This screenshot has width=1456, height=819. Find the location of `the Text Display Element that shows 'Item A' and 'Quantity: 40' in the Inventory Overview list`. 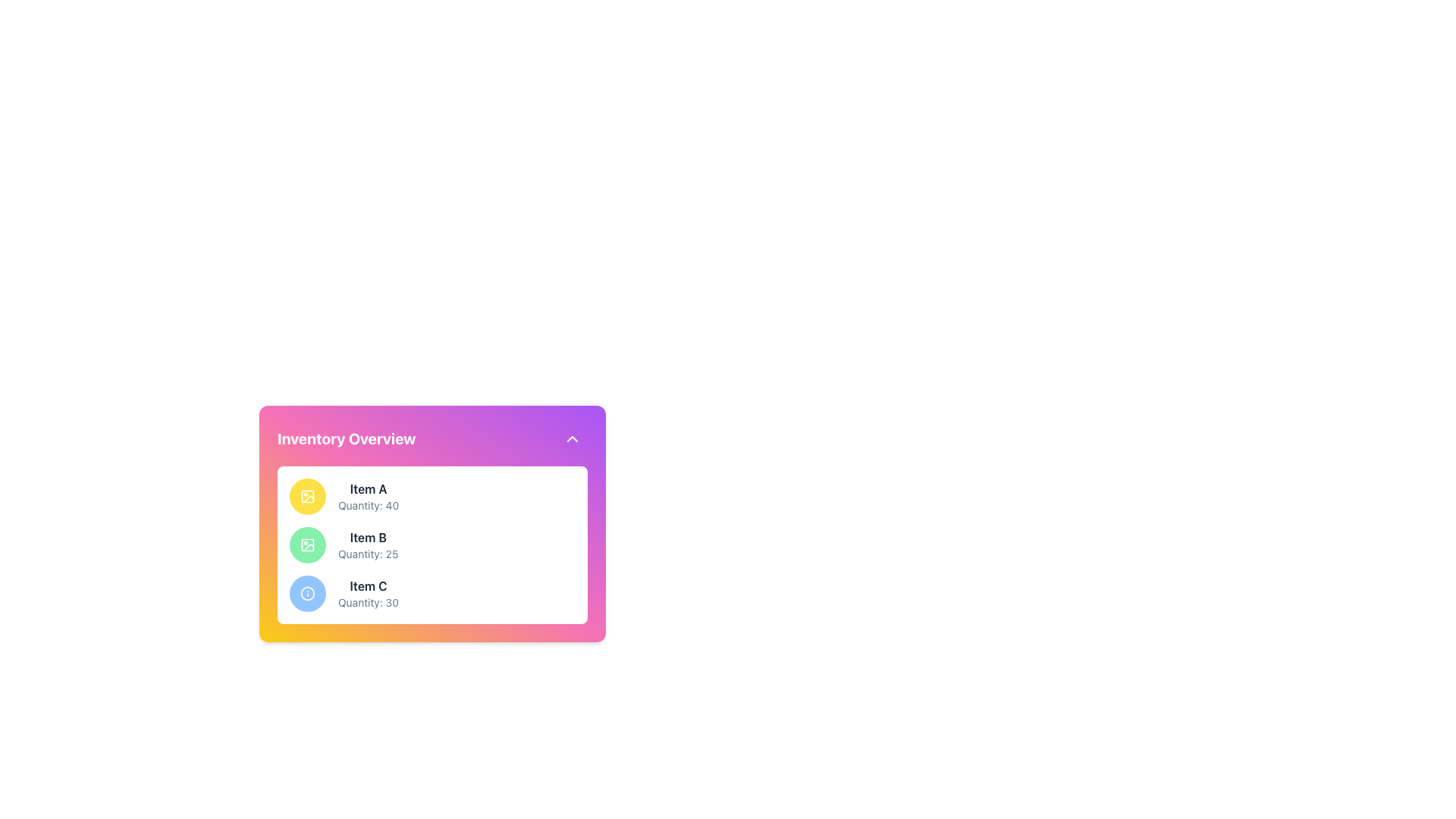

the Text Display Element that shows 'Item A' and 'Quantity: 40' in the Inventory Overview list is located at coordinates (369, 497).